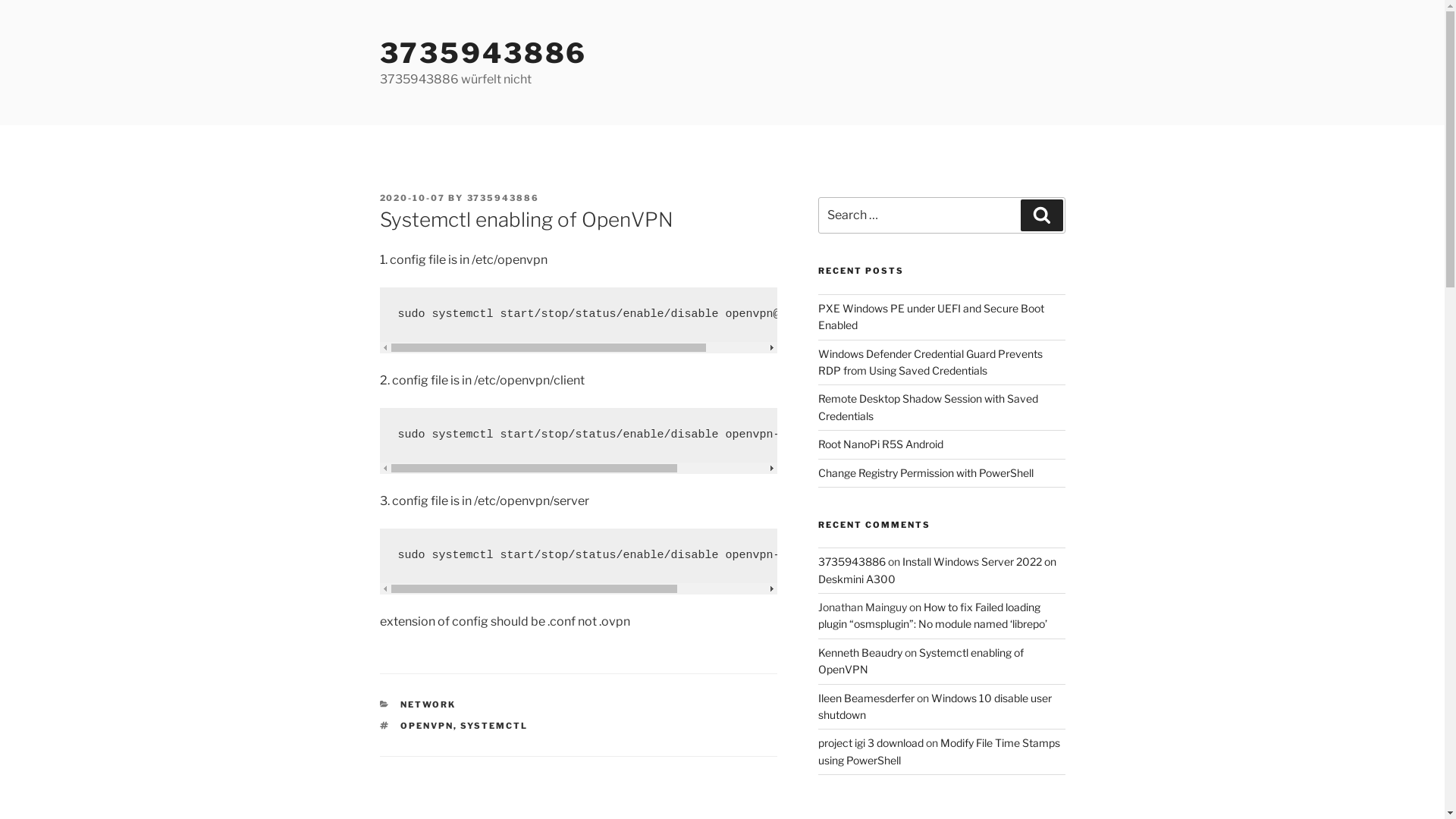 The width and height of the screenshot is (1456, 819). I want to click on 'Remote Desktop Shadow Session with Saved Credentials', so click(927, 406).